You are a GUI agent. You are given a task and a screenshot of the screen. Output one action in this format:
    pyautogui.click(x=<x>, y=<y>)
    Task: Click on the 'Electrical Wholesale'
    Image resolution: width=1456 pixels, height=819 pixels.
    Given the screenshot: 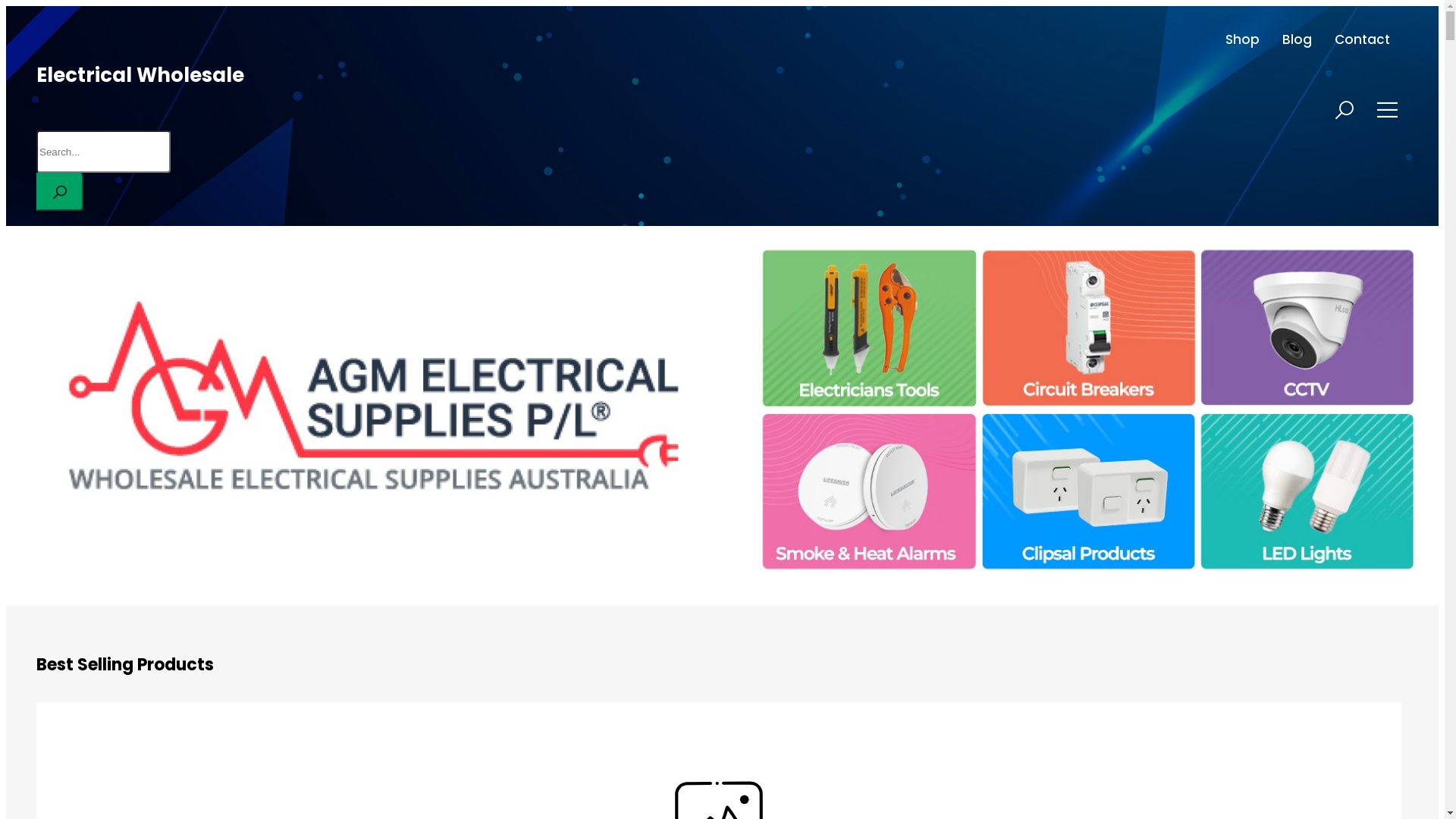 What is the action you would take?
    pyautogui.click(x=140, y=75)
    